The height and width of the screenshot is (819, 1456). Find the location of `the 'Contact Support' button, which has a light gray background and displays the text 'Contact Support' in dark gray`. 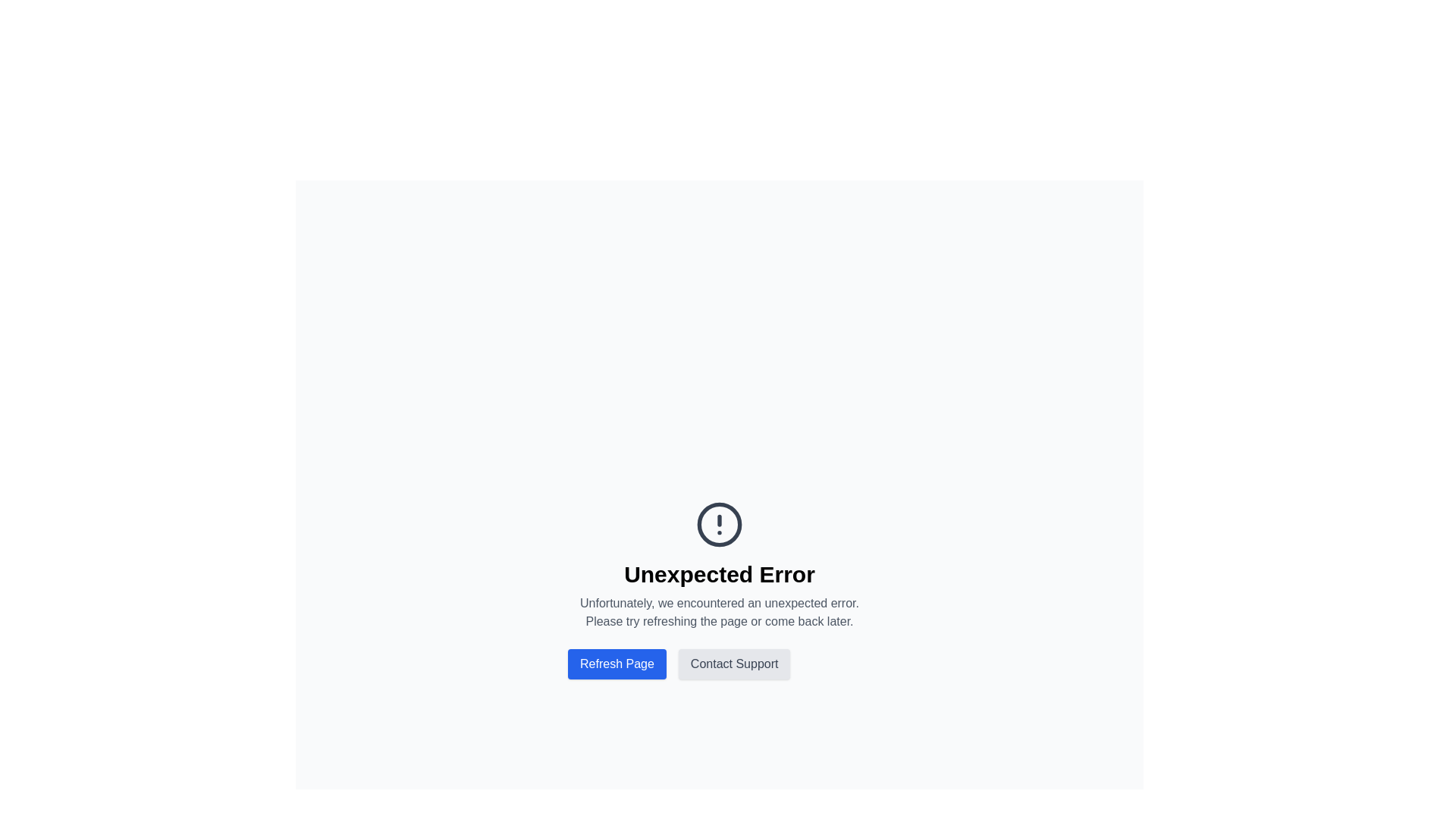

the 'Contact Support' button, which has a light gray background and displays the text 'Contact Support' in dark gray is located at coordinates (734, 663).